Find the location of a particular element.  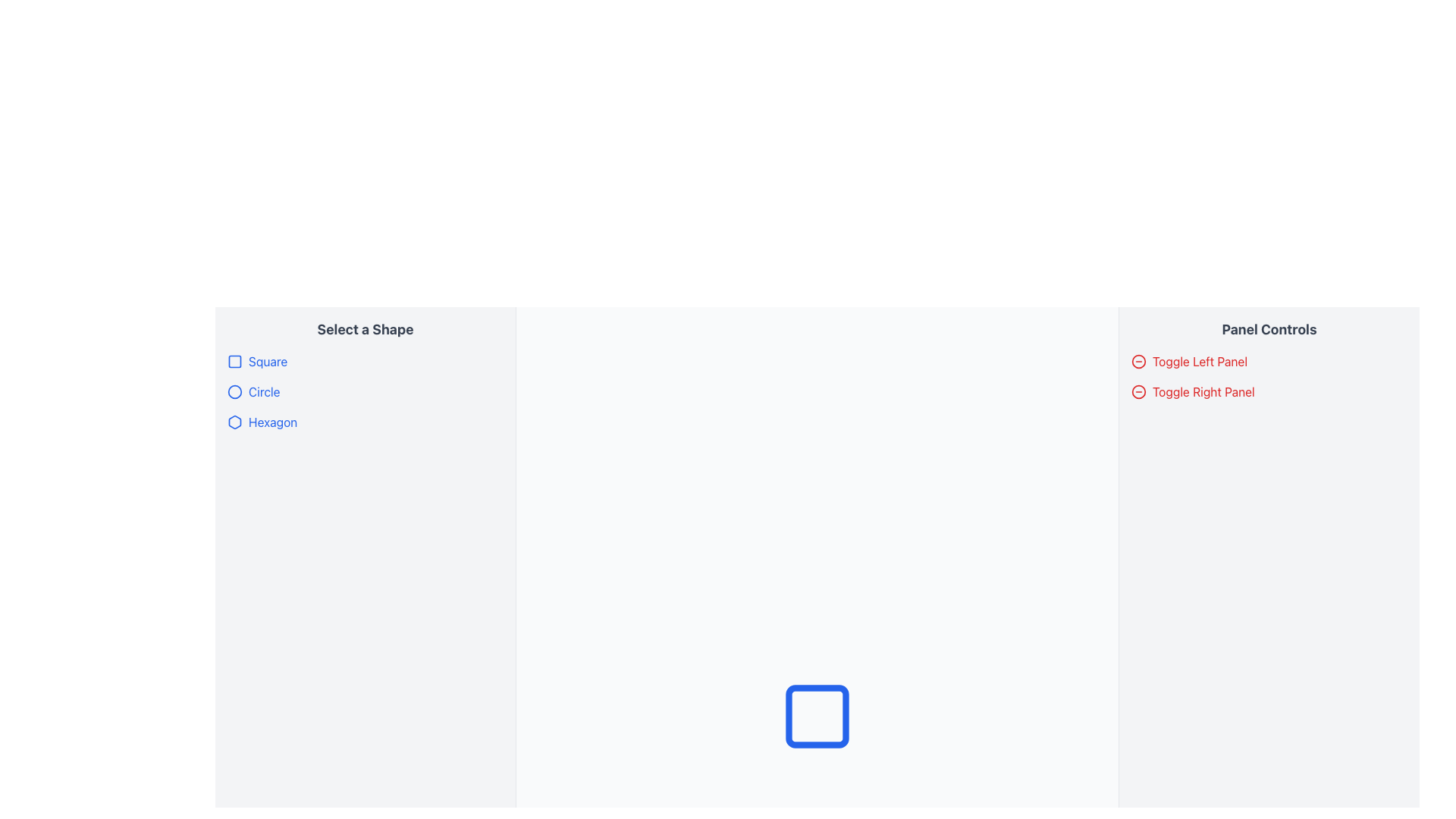

the Text label displaying 'Toggle Right Panel' styled in bold red font, located at the bottom of a set of two labeled controls in the top-right section of the interface is located at coordinates (1203, 391).